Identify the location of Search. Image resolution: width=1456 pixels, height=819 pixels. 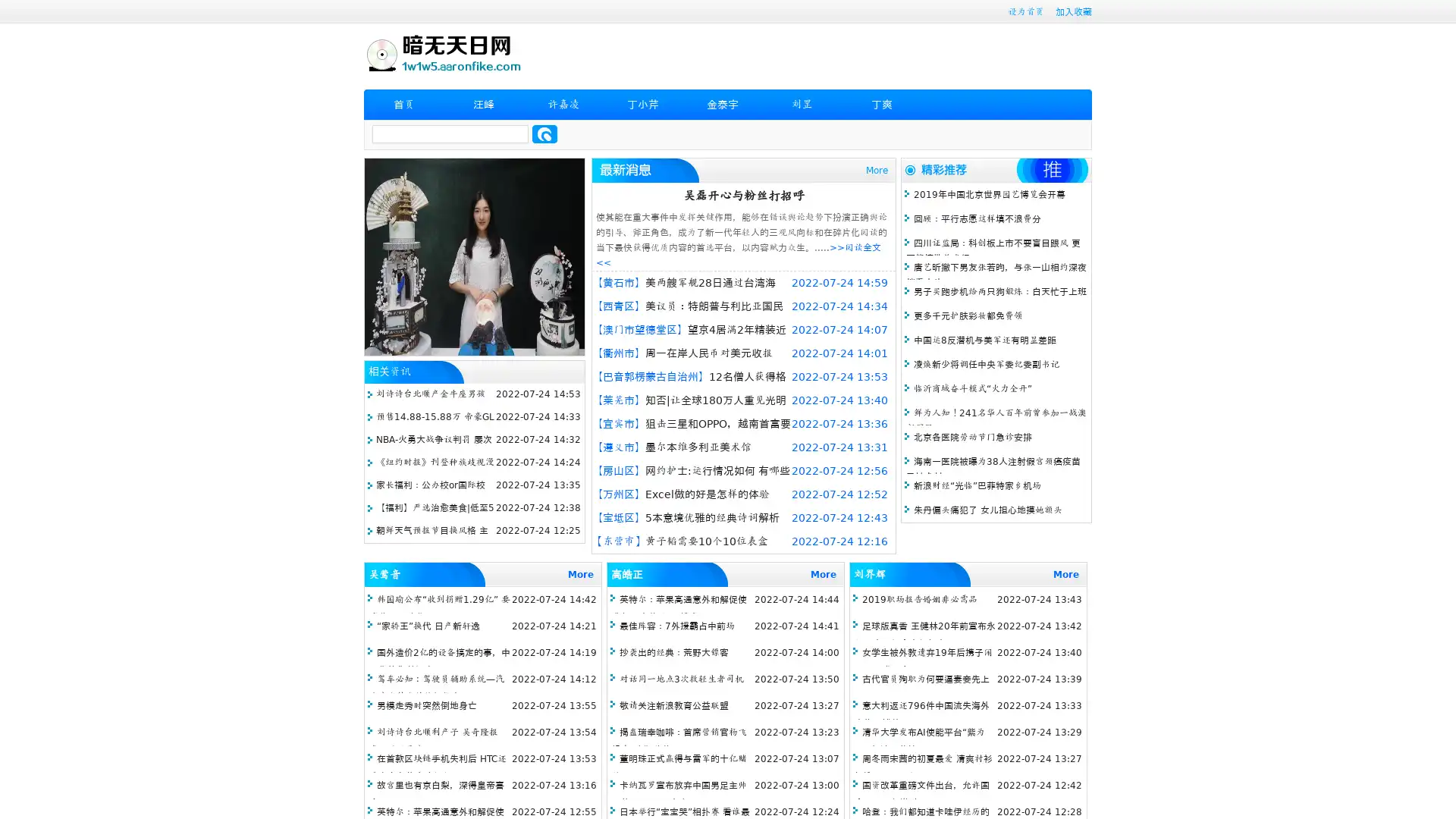
(544, 133).